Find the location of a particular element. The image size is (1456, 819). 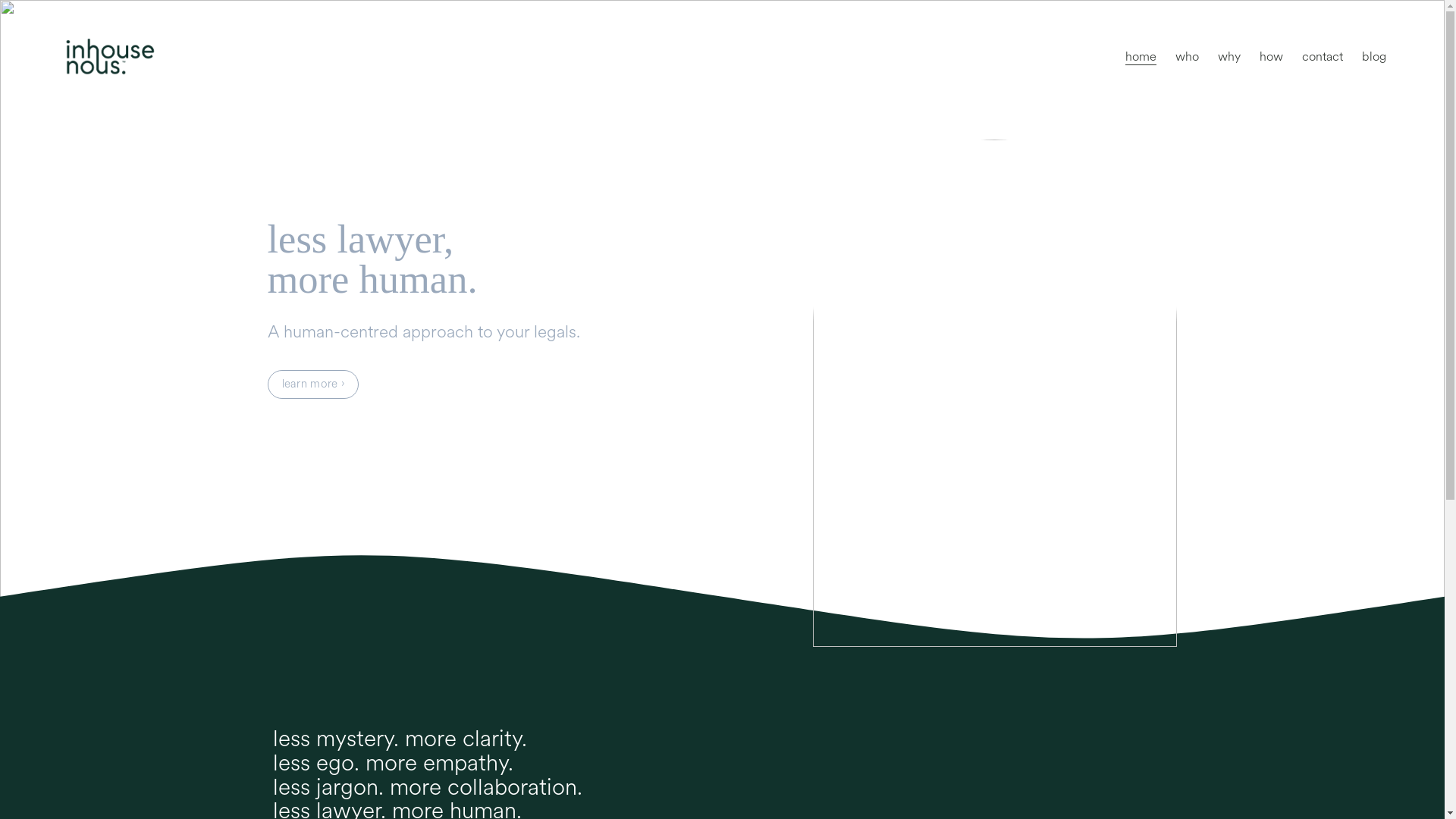

'why' is located at coordinates (1229, 55).